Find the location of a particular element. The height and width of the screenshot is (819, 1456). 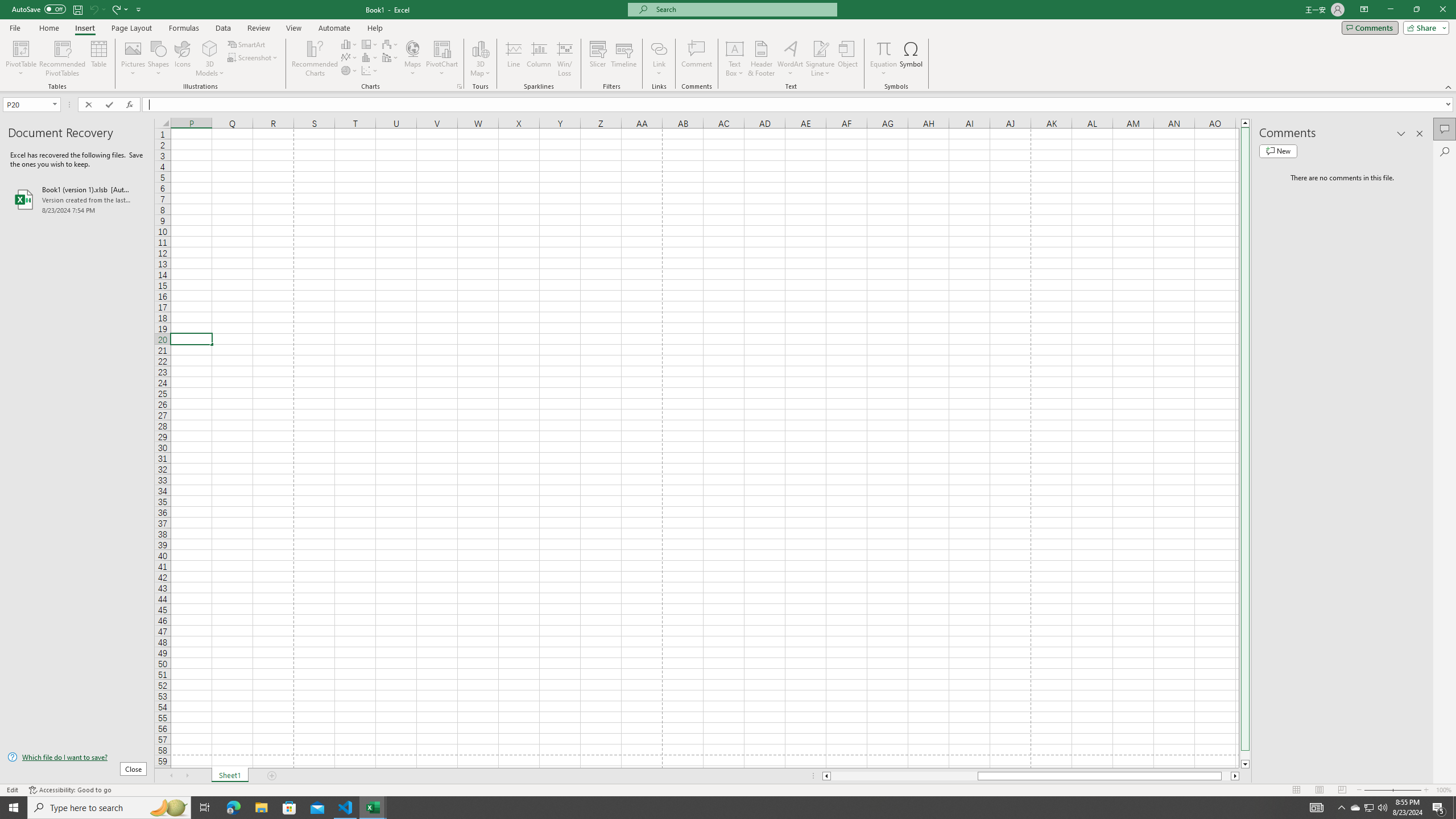

'Close pane' is located at coordinates (1419, 133).